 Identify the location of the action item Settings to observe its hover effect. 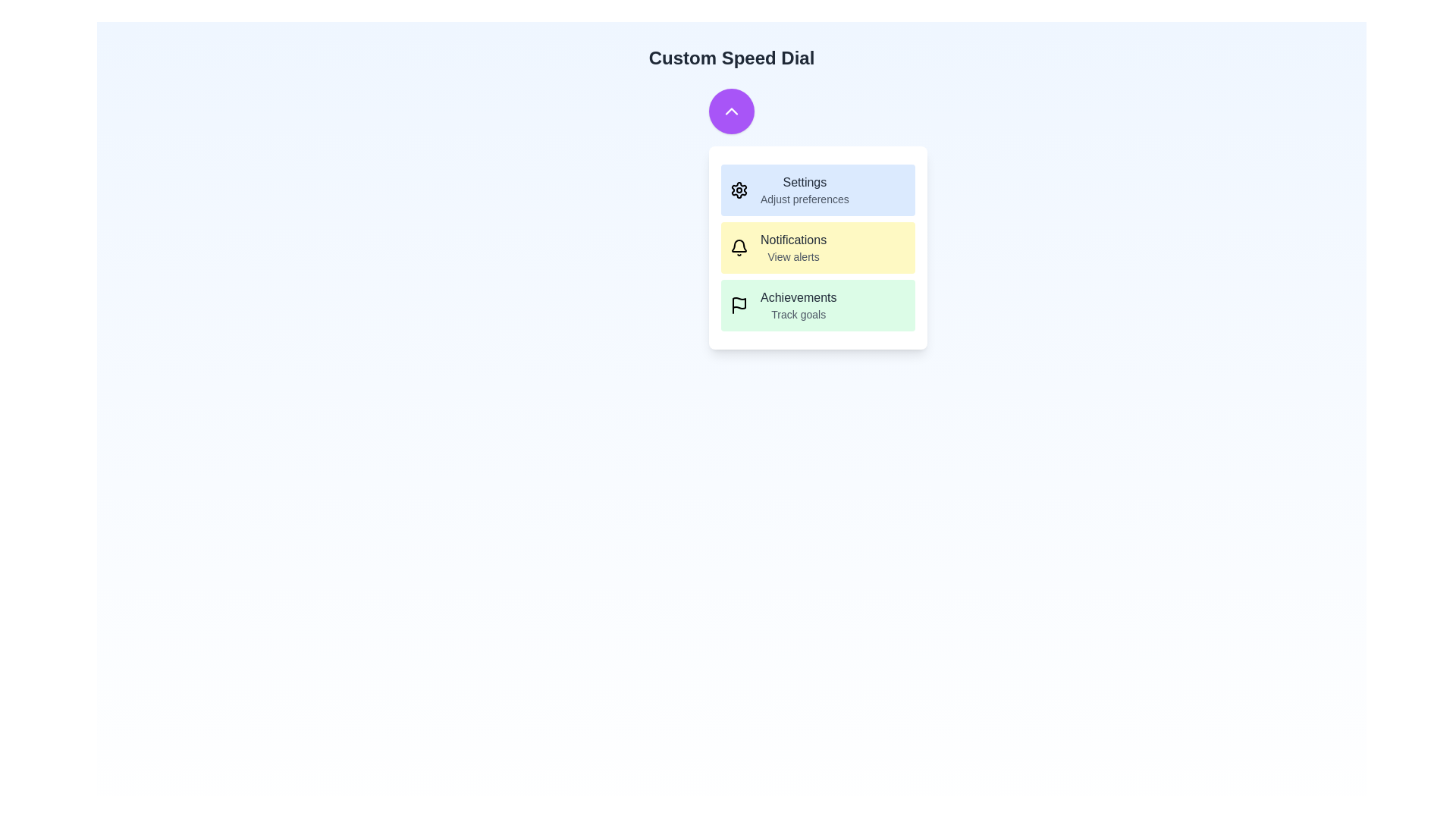
(817, 189).